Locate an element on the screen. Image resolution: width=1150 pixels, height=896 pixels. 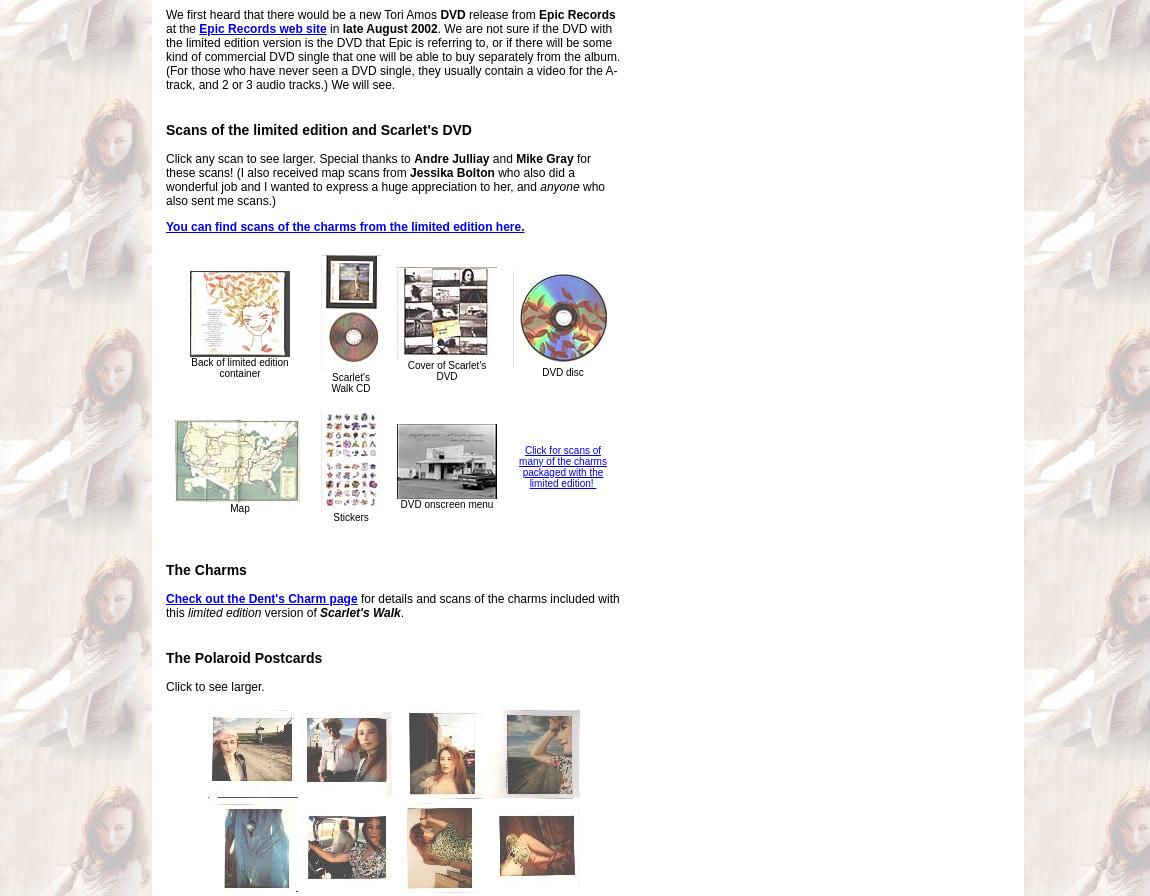
'for these scans! (I also received map scans from' is located at coordinates (378, 166).